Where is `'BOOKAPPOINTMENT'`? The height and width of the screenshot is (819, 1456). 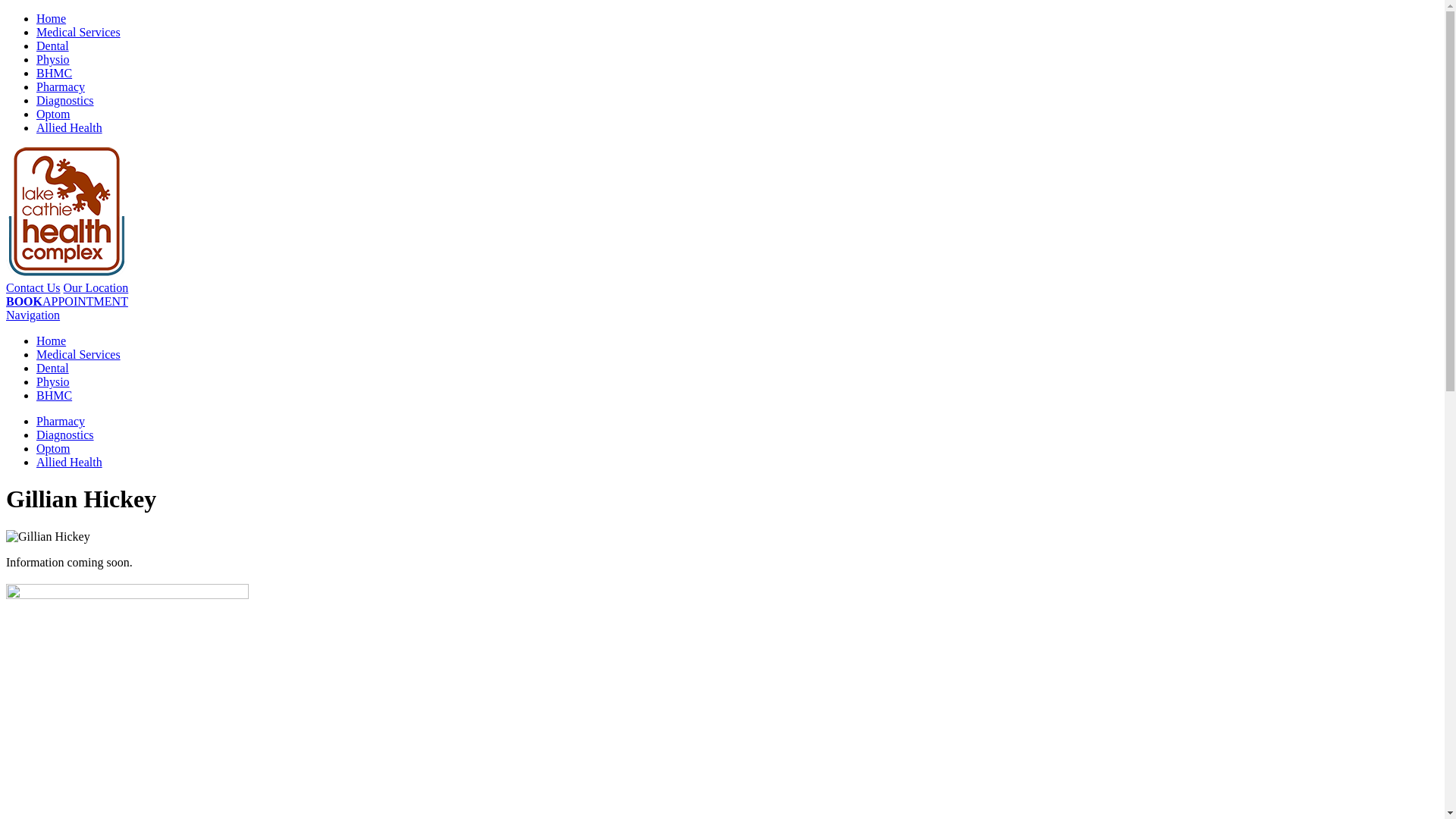
'BOOKAPPOINTMENT' is located at coordinates (6, 301).